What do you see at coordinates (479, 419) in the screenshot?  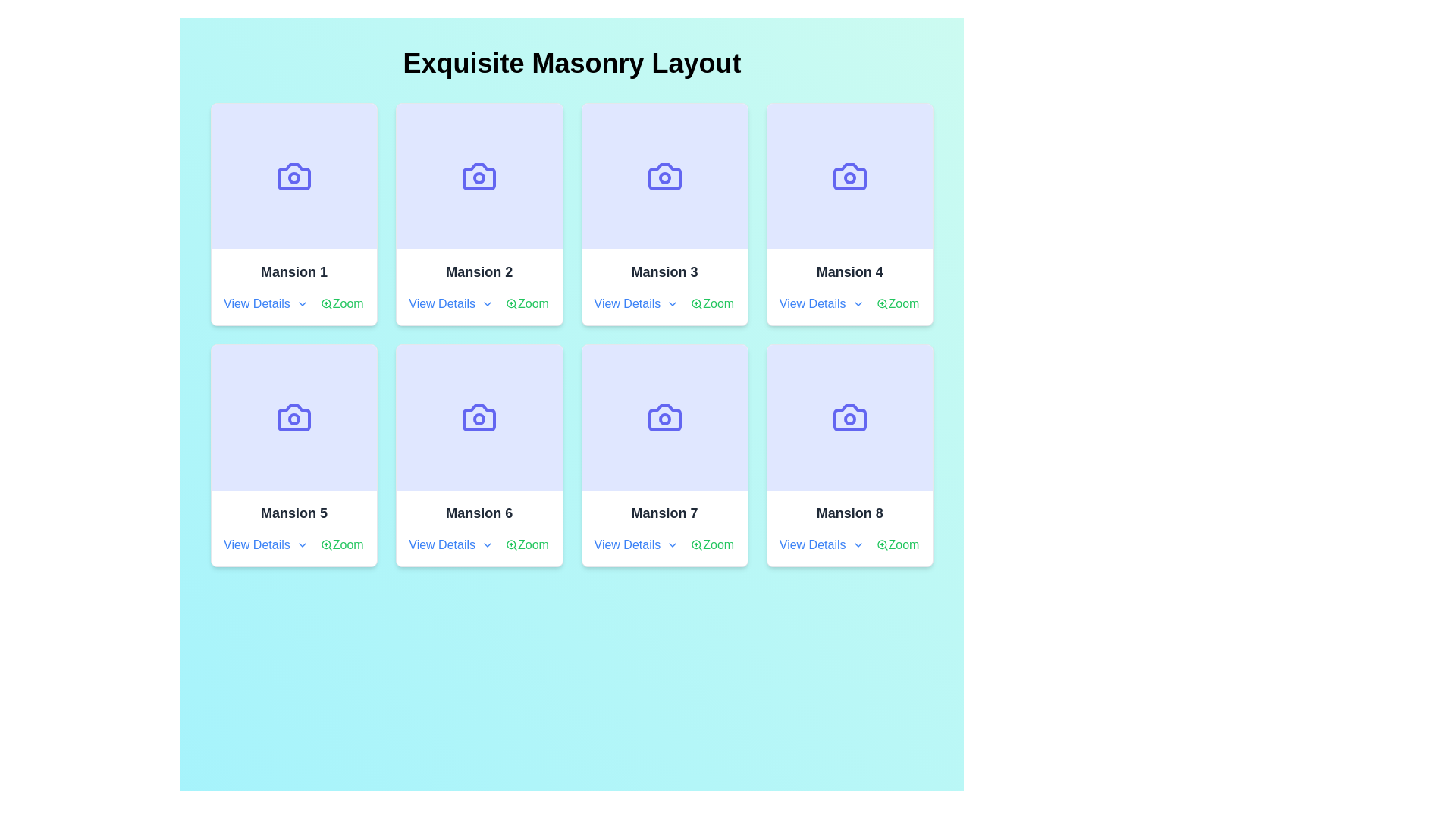 I see `the small circle graphic element at the center of the camera icon within the 'Mansion 6' card` at bounding box center [479, 419].